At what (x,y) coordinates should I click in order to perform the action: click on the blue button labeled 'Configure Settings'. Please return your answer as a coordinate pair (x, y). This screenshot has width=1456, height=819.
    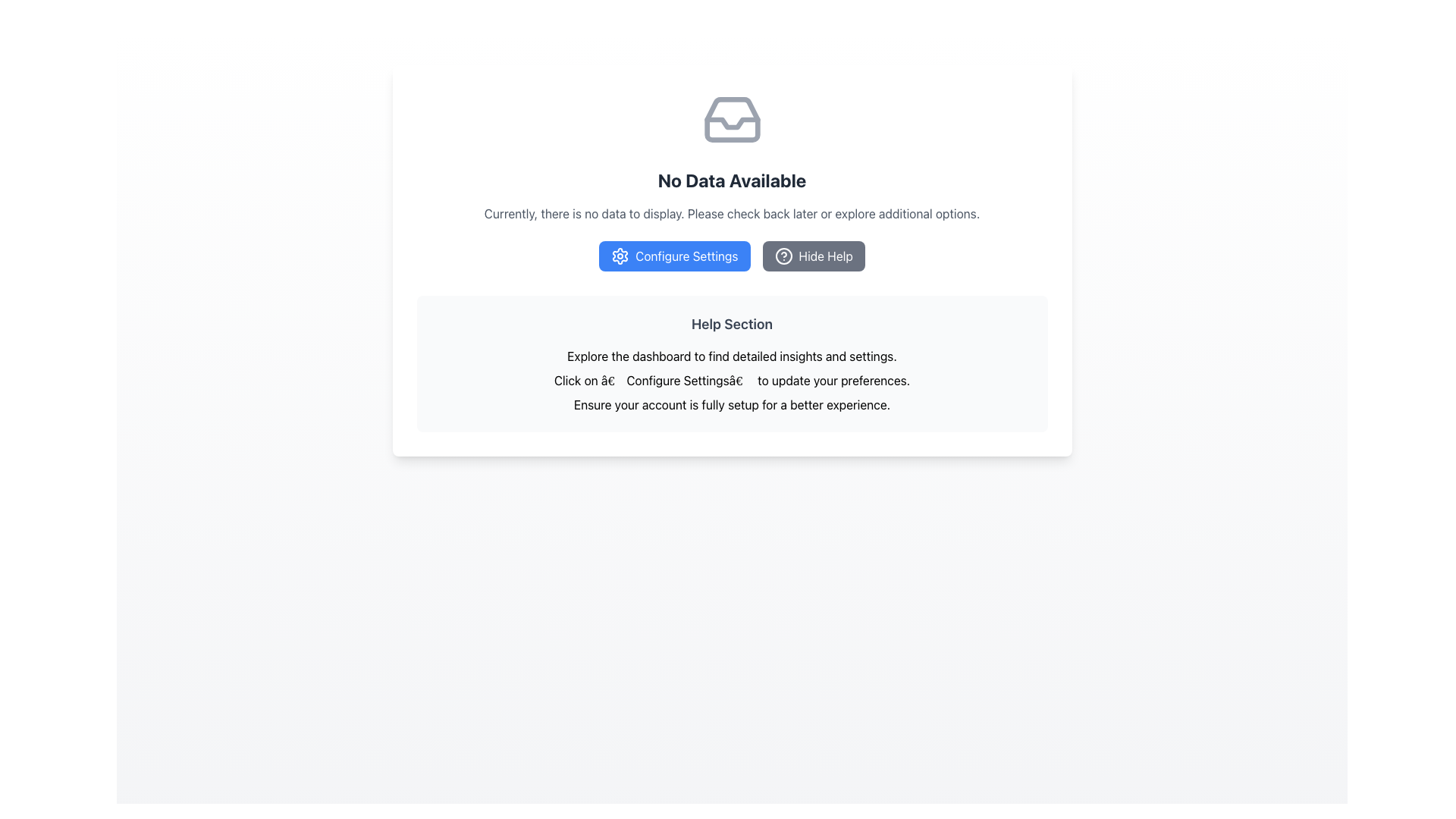
    Looking at the image, I should click on (732, 259).